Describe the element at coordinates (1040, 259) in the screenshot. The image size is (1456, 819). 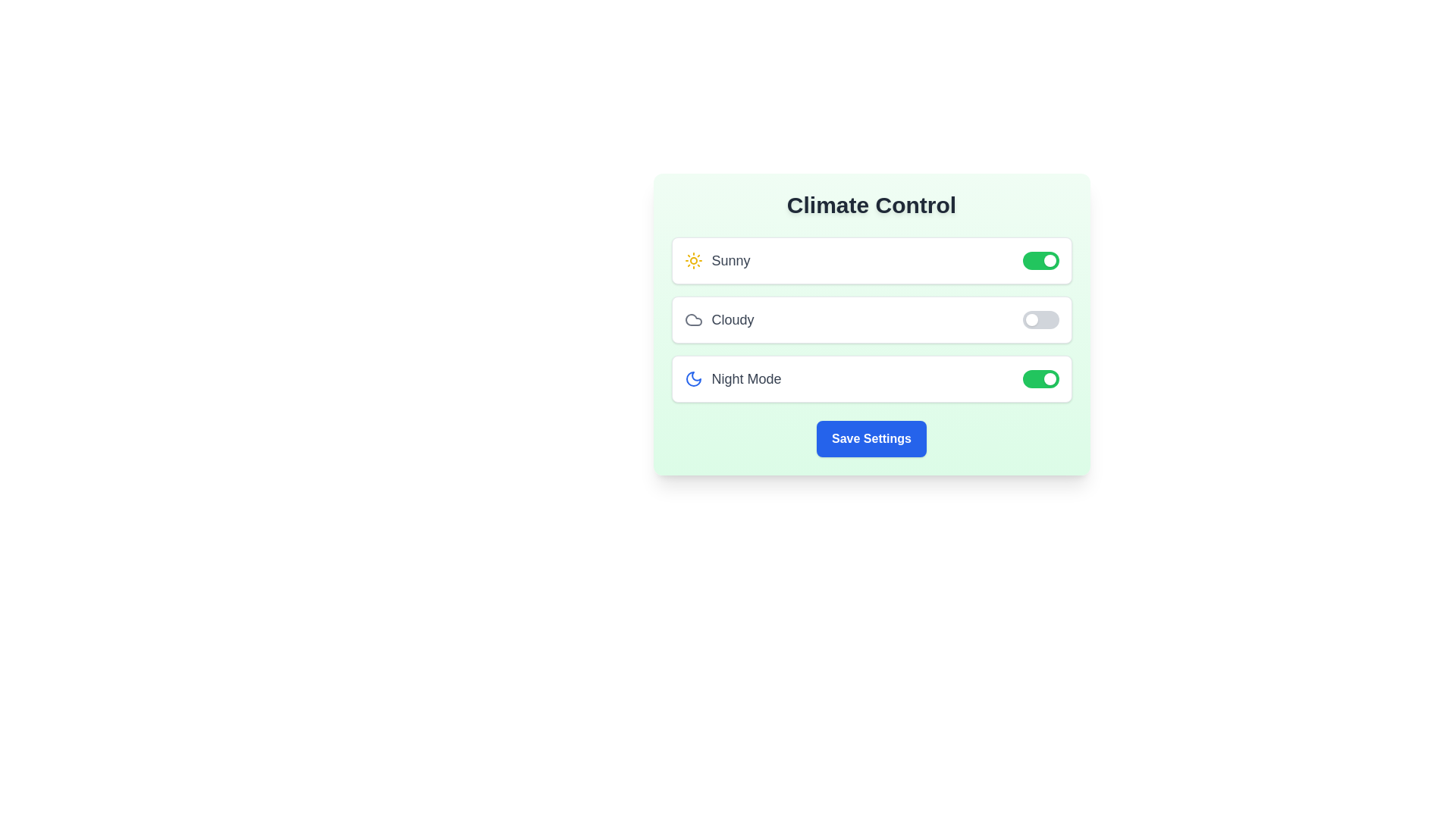
I see `toggle switch for the condition 'Sunny' to change its state` at that location.